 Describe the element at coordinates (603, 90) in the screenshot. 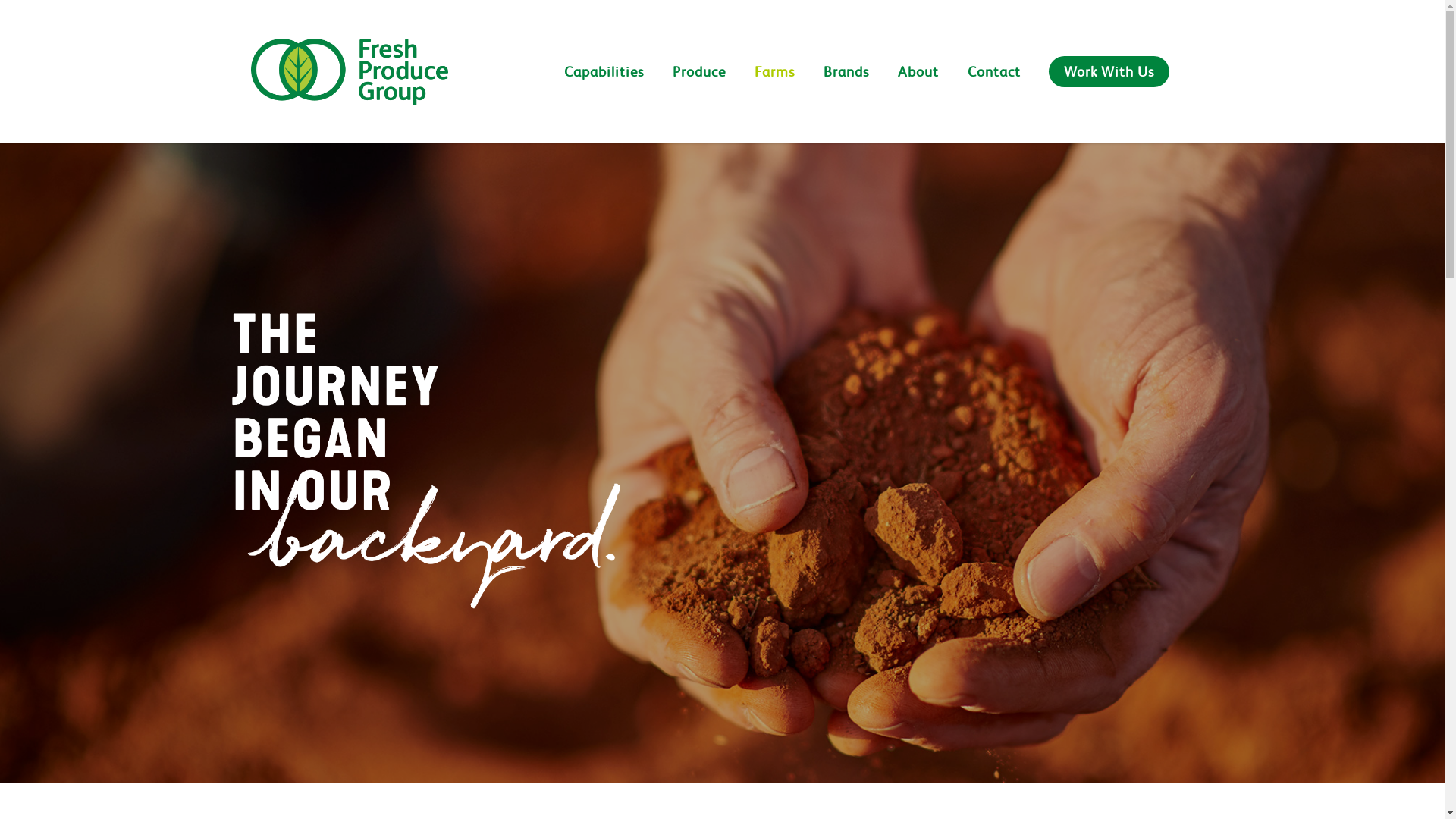

I see `'Capabilities'` at that location.